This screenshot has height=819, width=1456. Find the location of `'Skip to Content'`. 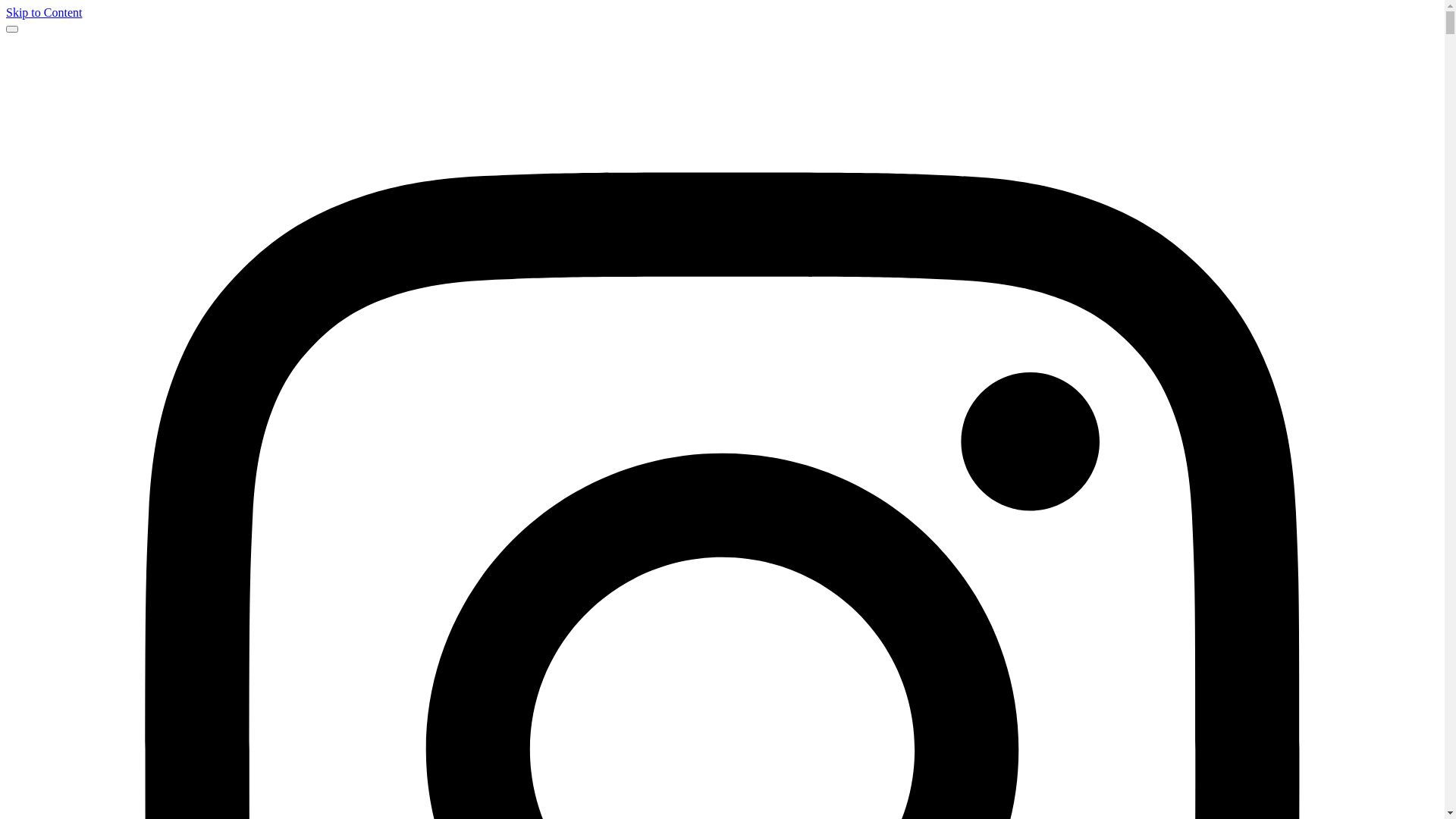

'Skip to Content' is located at coordinates (43, 12).